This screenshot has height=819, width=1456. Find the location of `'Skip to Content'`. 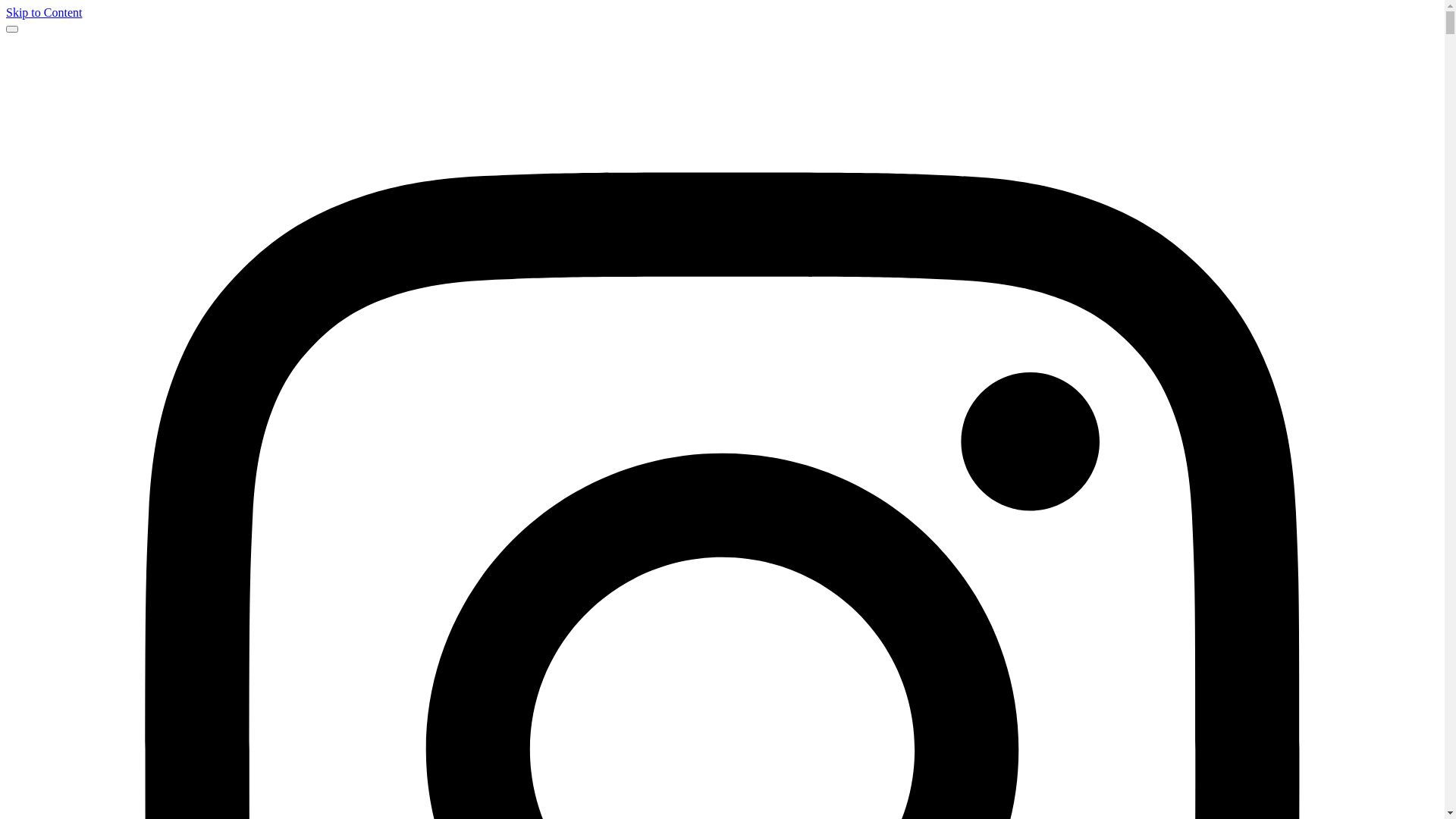

'Skip to Content' is located at coordinates (43, 12).